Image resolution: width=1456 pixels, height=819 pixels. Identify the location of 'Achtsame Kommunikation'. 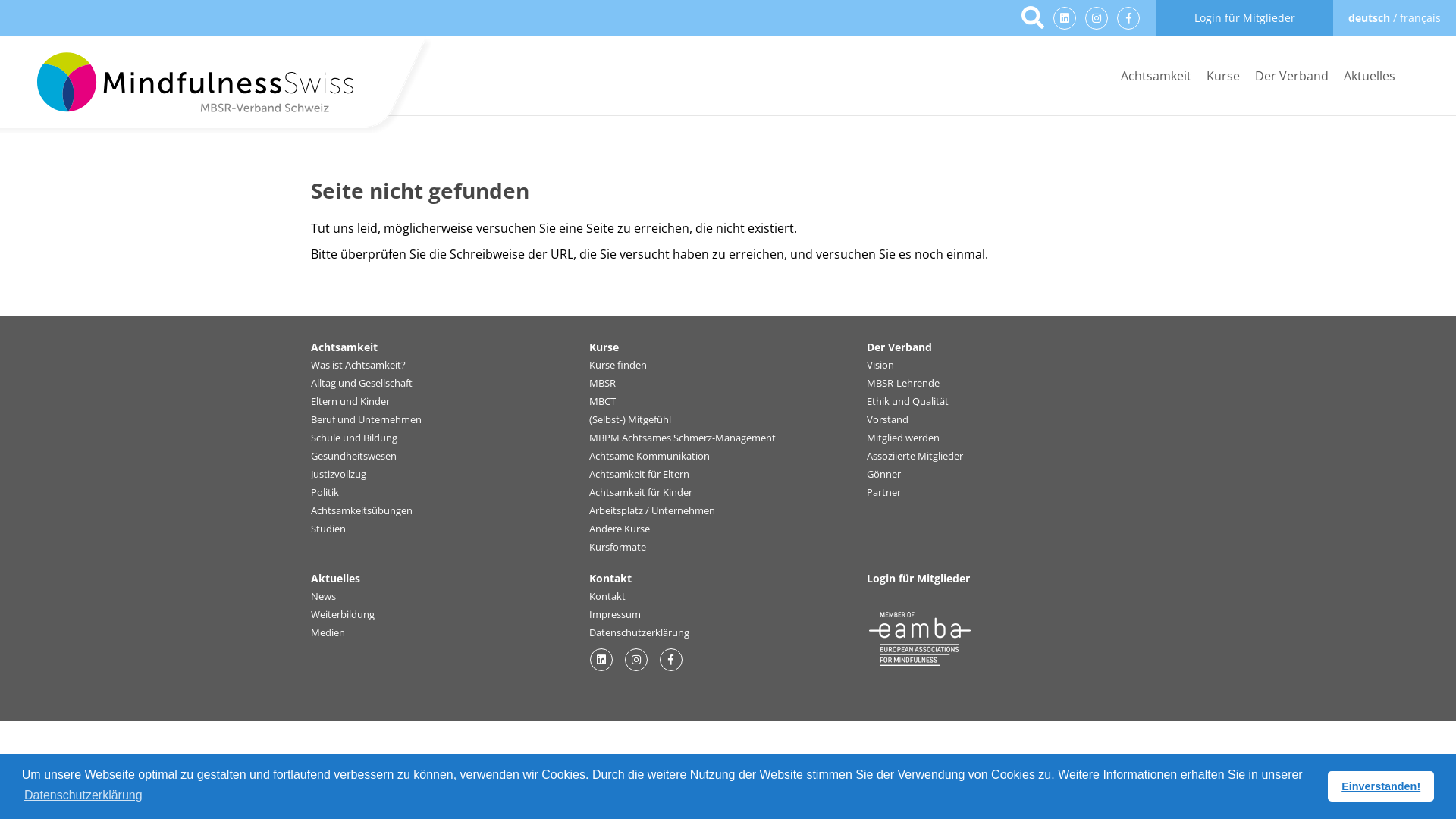
(649, 455).